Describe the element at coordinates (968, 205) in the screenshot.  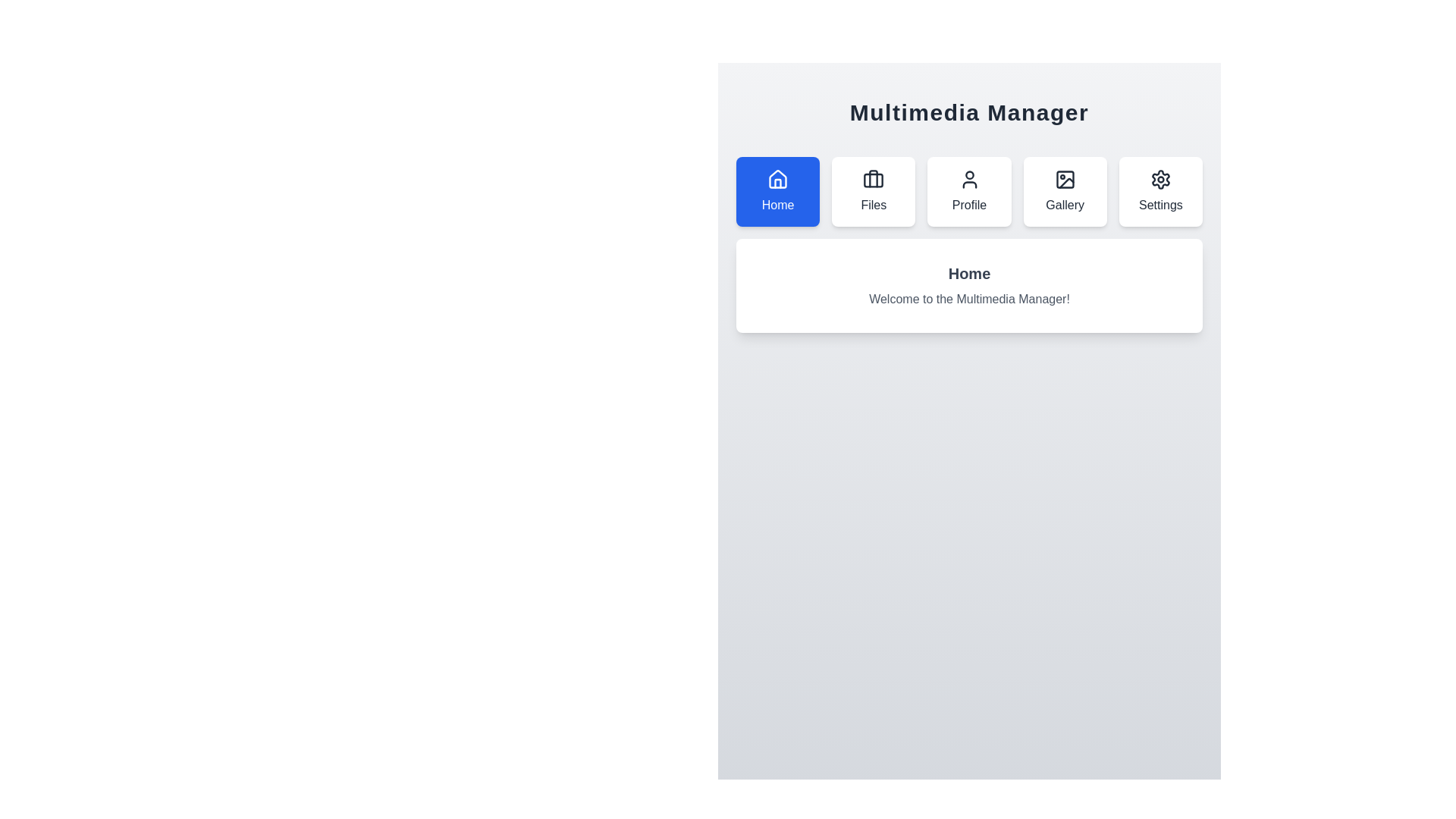
I see `the 'Profile' button which contains the text label directing users to the Profile section of the application` at that location.